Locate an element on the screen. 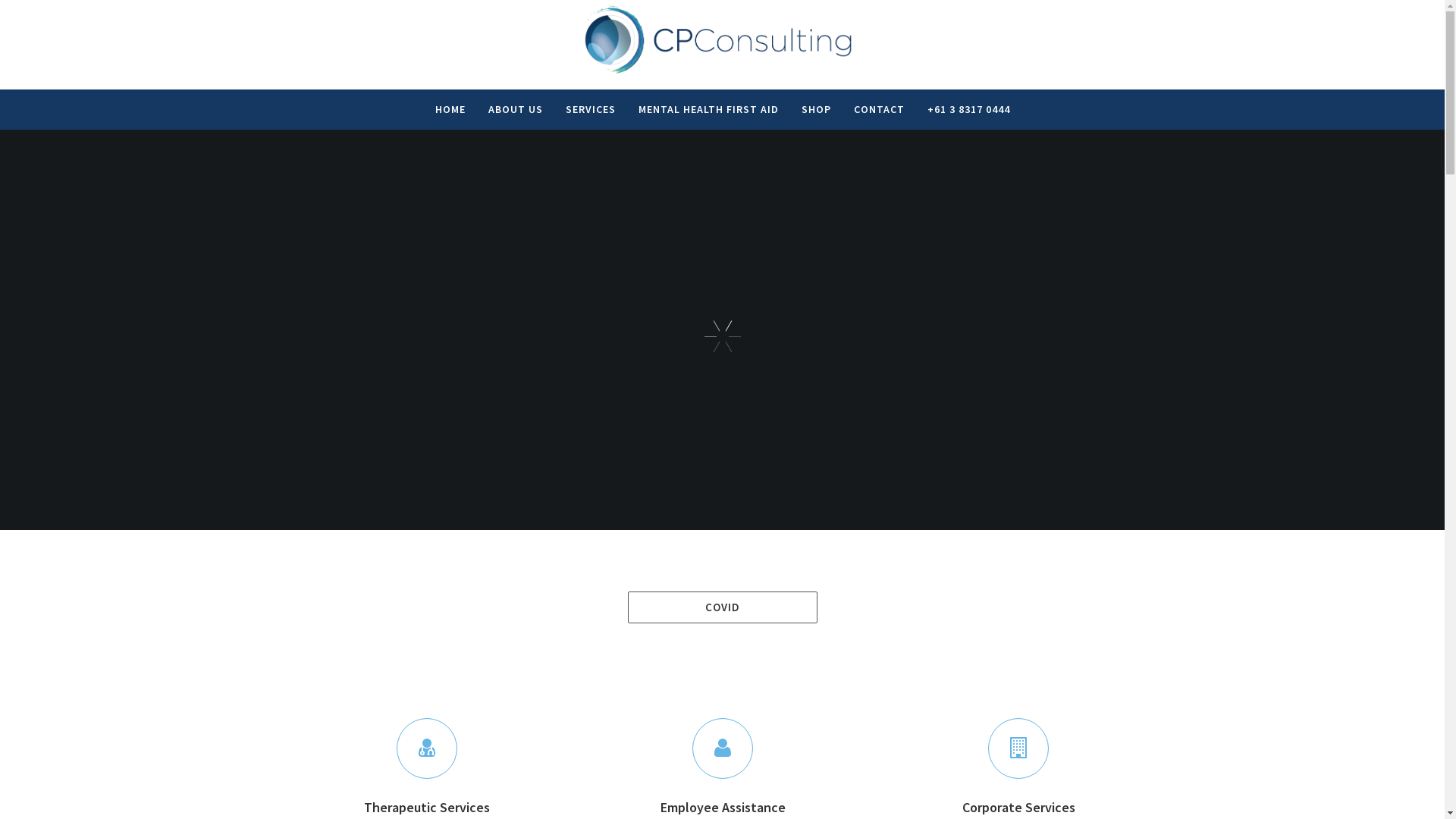  'HOME' is located at coordinates (449, 109).